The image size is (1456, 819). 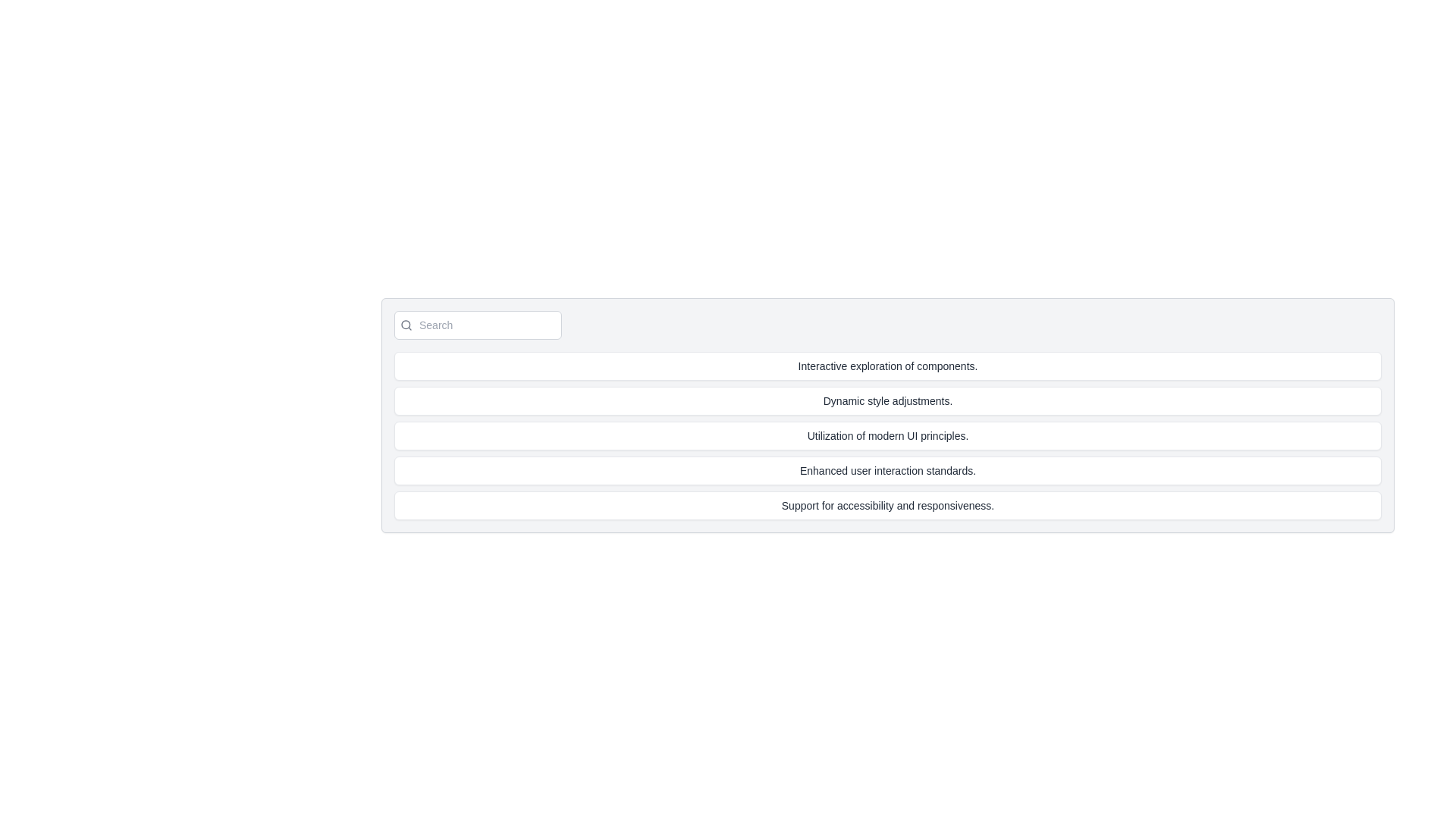 What do you see at coordinates (808, 506) in the screenshot?
I see `the fifth character of the word 'Support' in the sentence 'Support for accessibility and responsiveness.'` at bounding box center [808, 506].